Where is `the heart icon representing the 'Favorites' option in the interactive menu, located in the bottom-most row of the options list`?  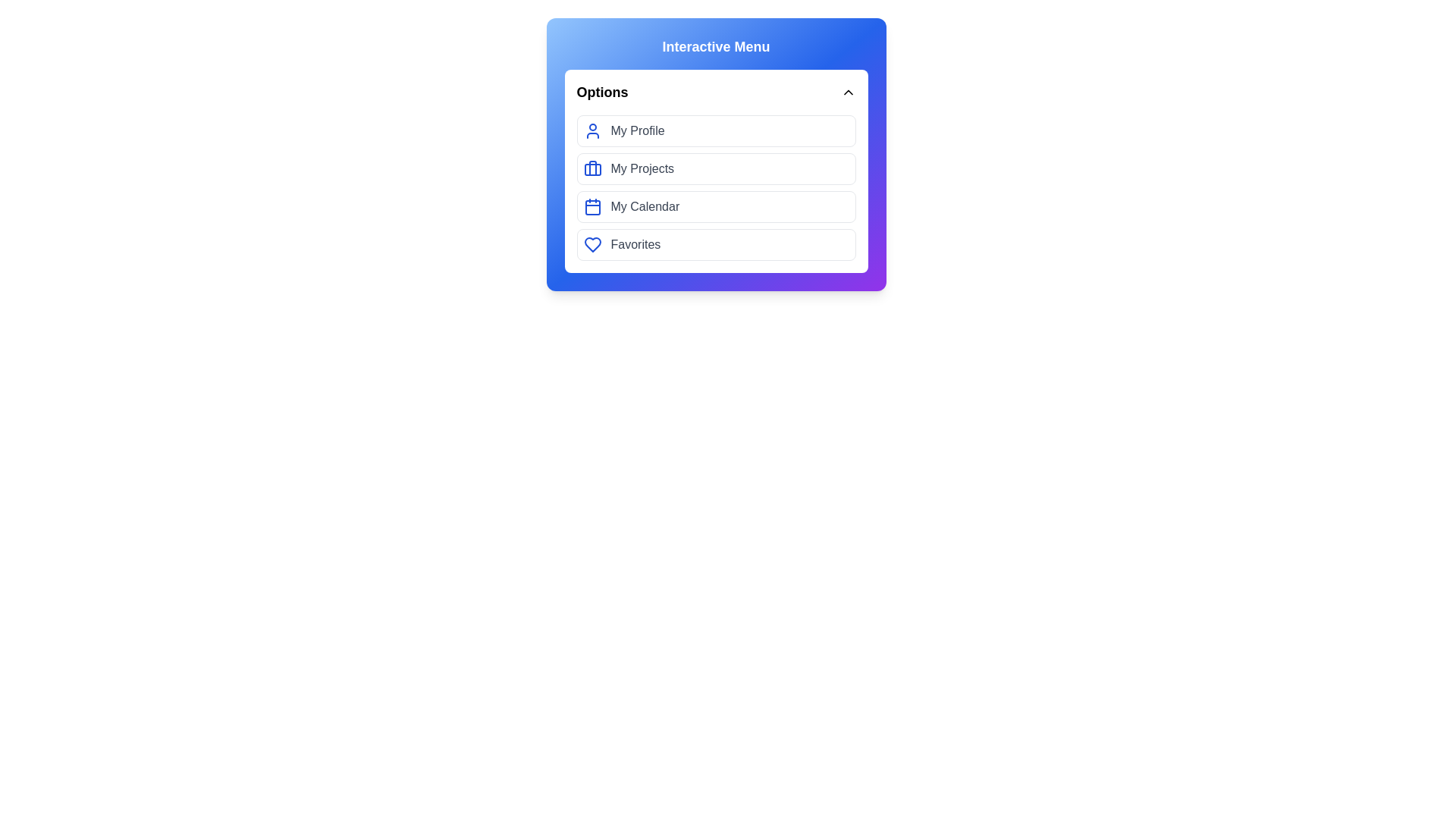
the heart icon representing the 'Favorites' option in the interactive menu, located in the bottom-most row of the options list is located at coordinates (591, 244).